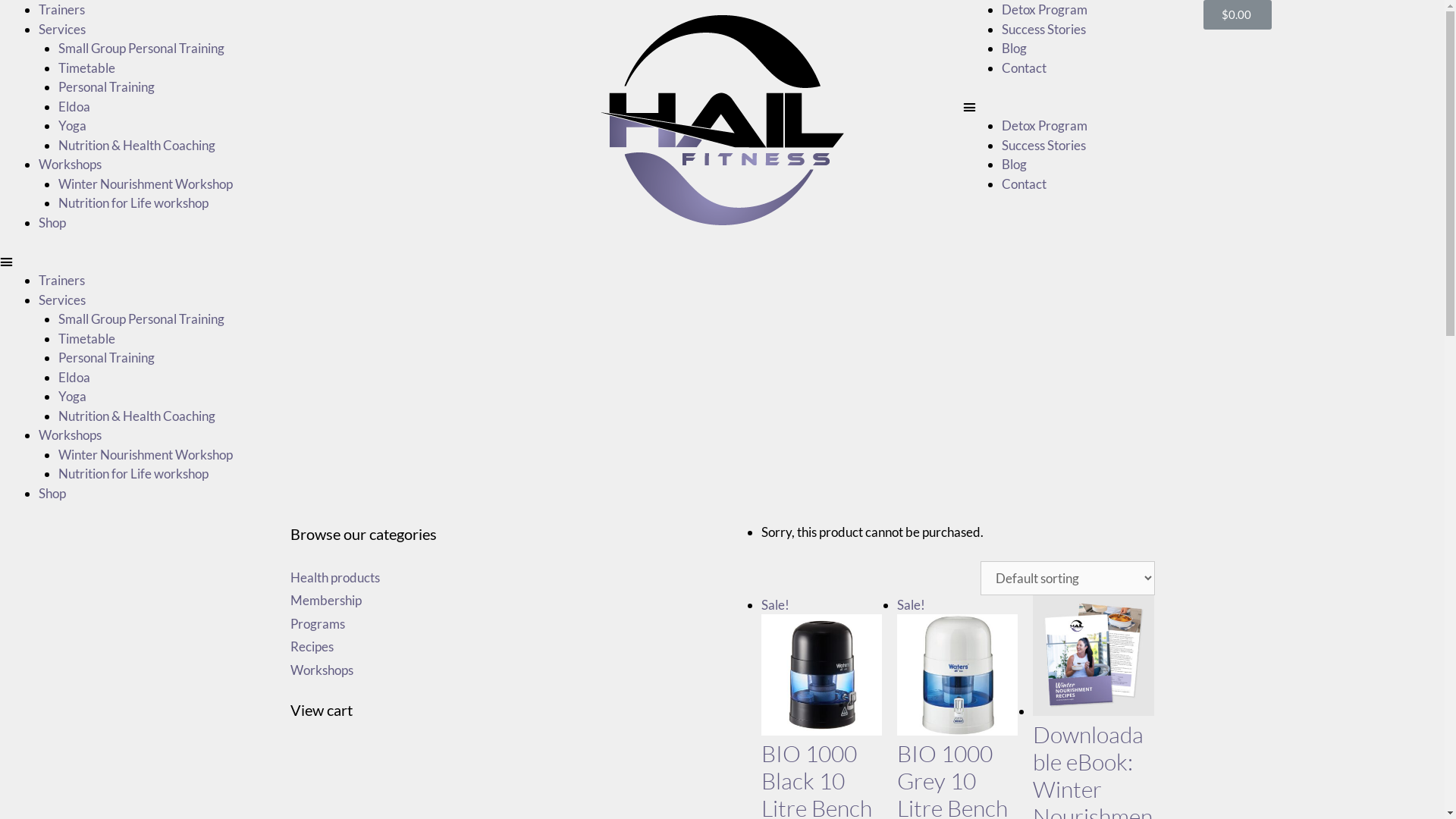 This screenshot has width=1456, height=819. I want to click on 'Small Group Personal Training', so click(140, 318).